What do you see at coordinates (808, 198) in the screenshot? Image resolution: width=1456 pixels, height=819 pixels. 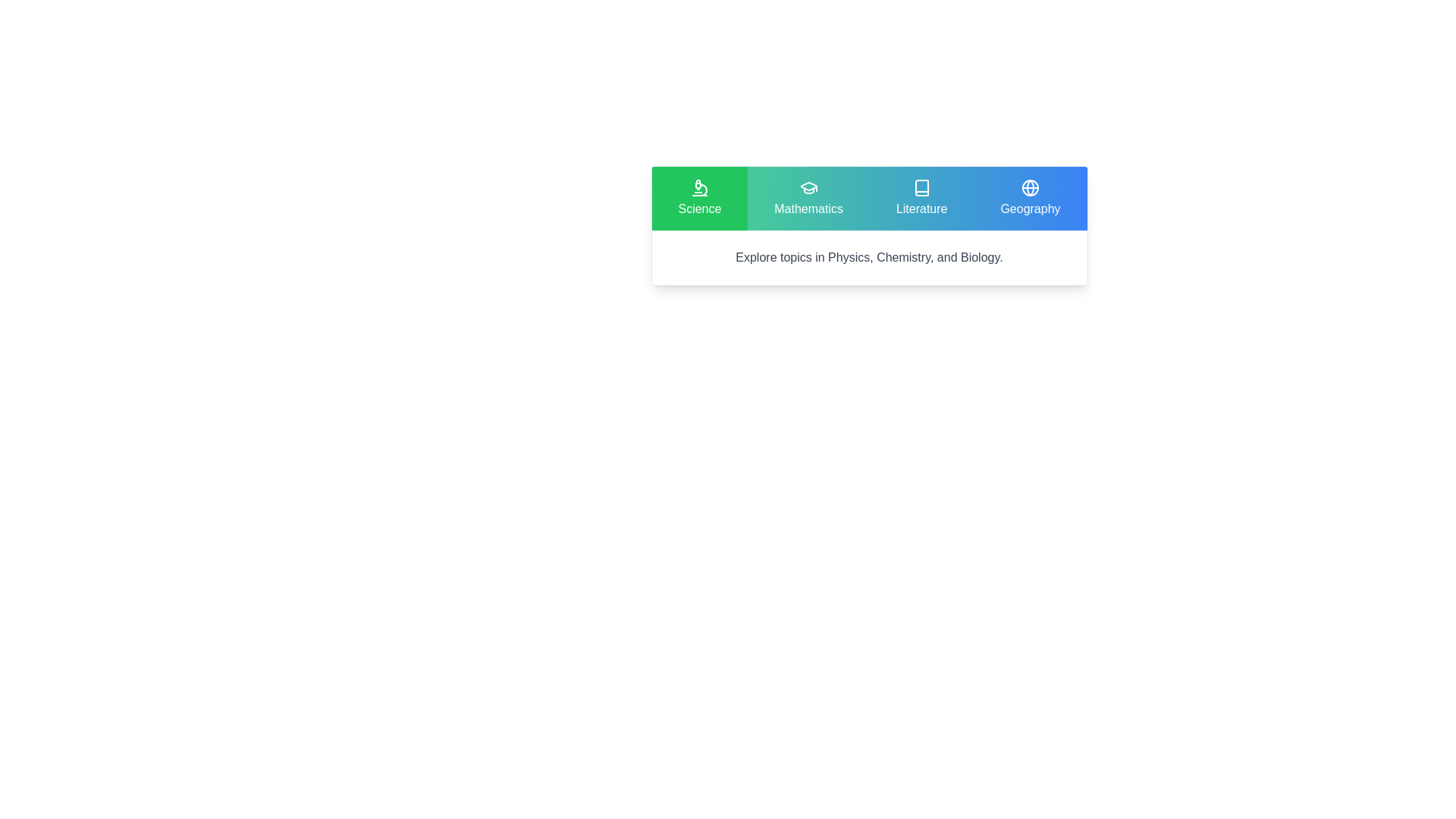 I see `the Mathematics button, which is the second tab in a row of four tabs, located between the Science and Literature tabs at the top center of the interface to trigger hover effects` at bounding box center [808, 198].